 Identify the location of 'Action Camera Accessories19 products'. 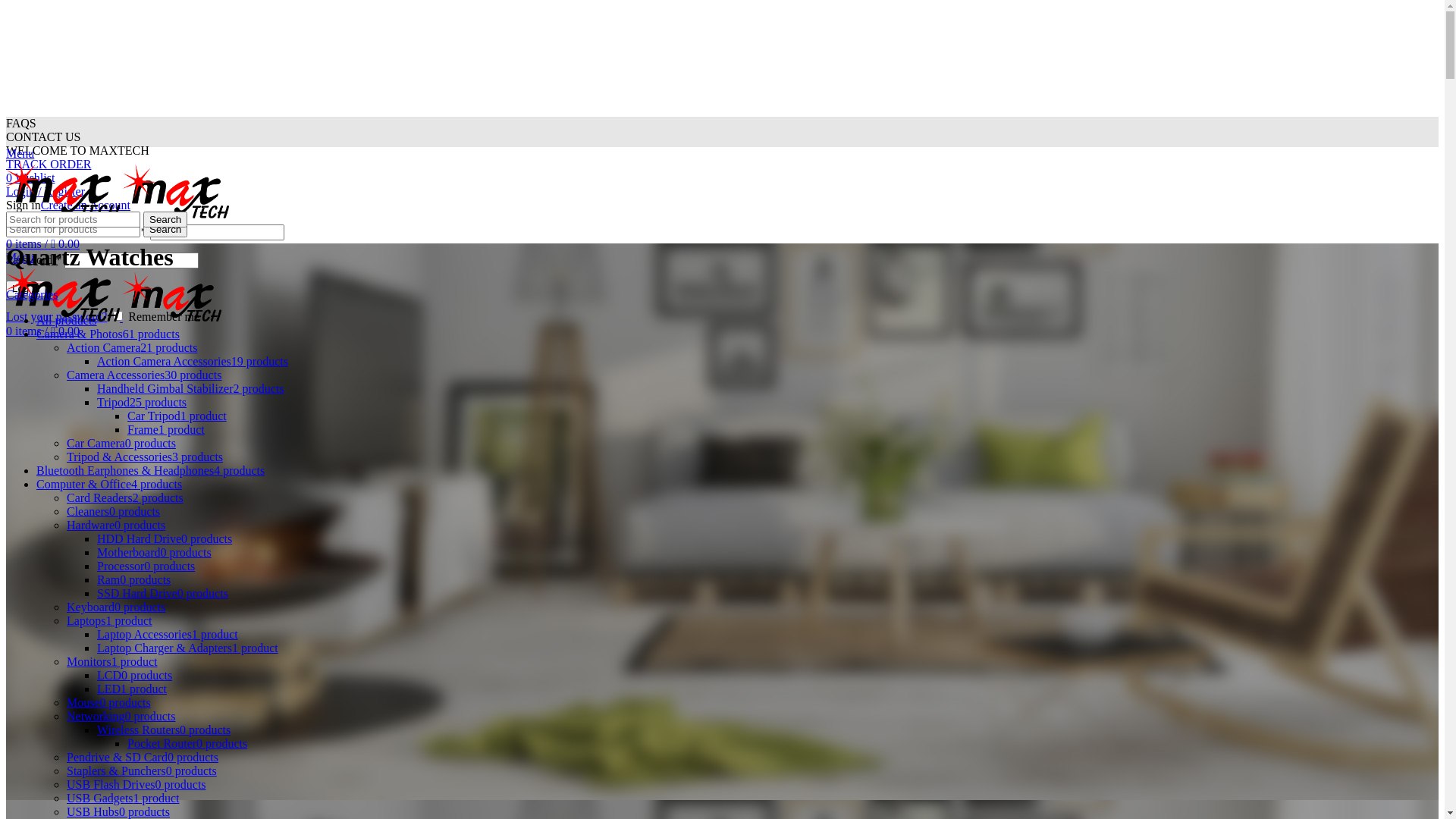
(192, 361).